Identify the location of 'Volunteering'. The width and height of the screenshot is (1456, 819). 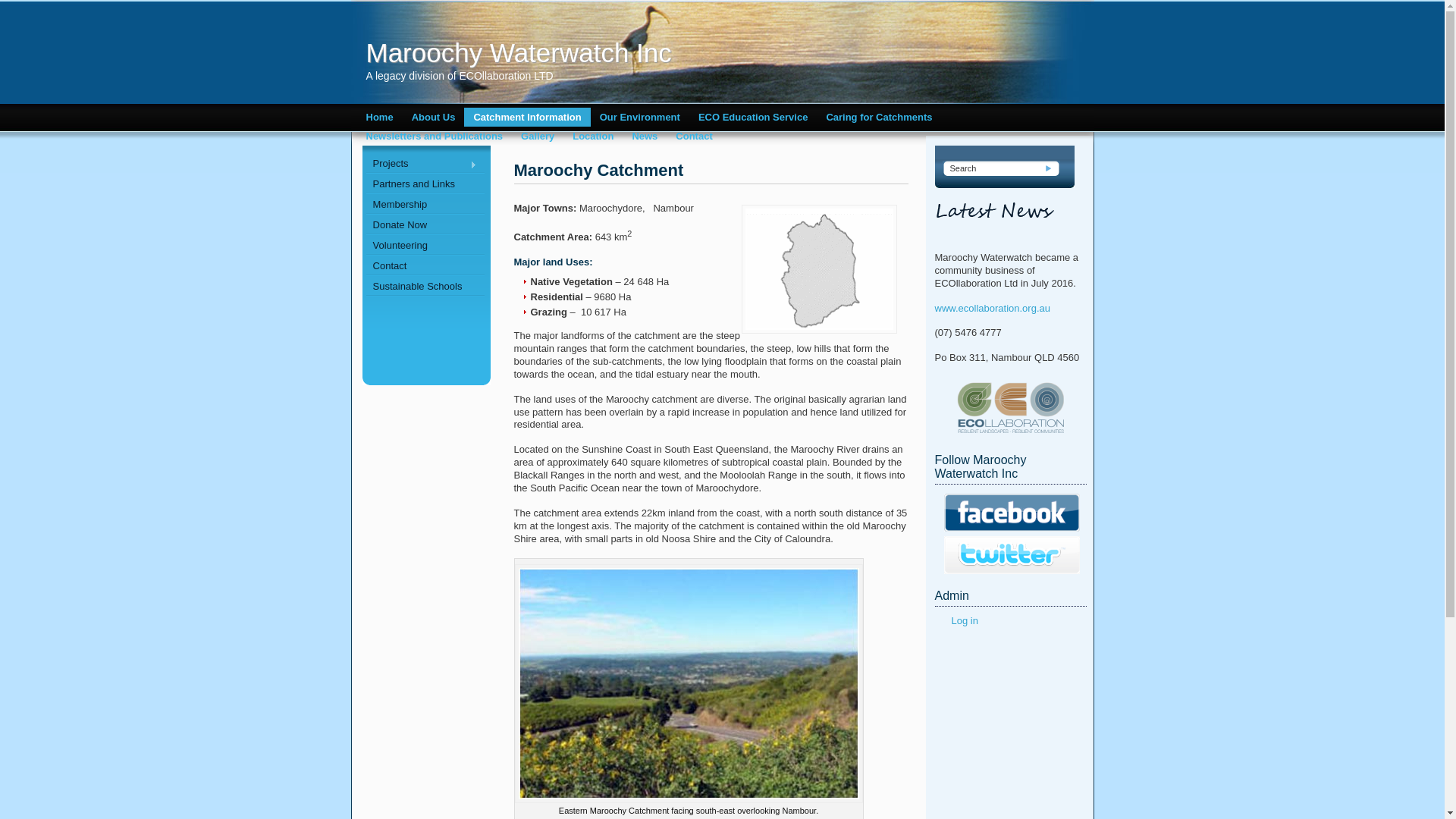
(425, 244).